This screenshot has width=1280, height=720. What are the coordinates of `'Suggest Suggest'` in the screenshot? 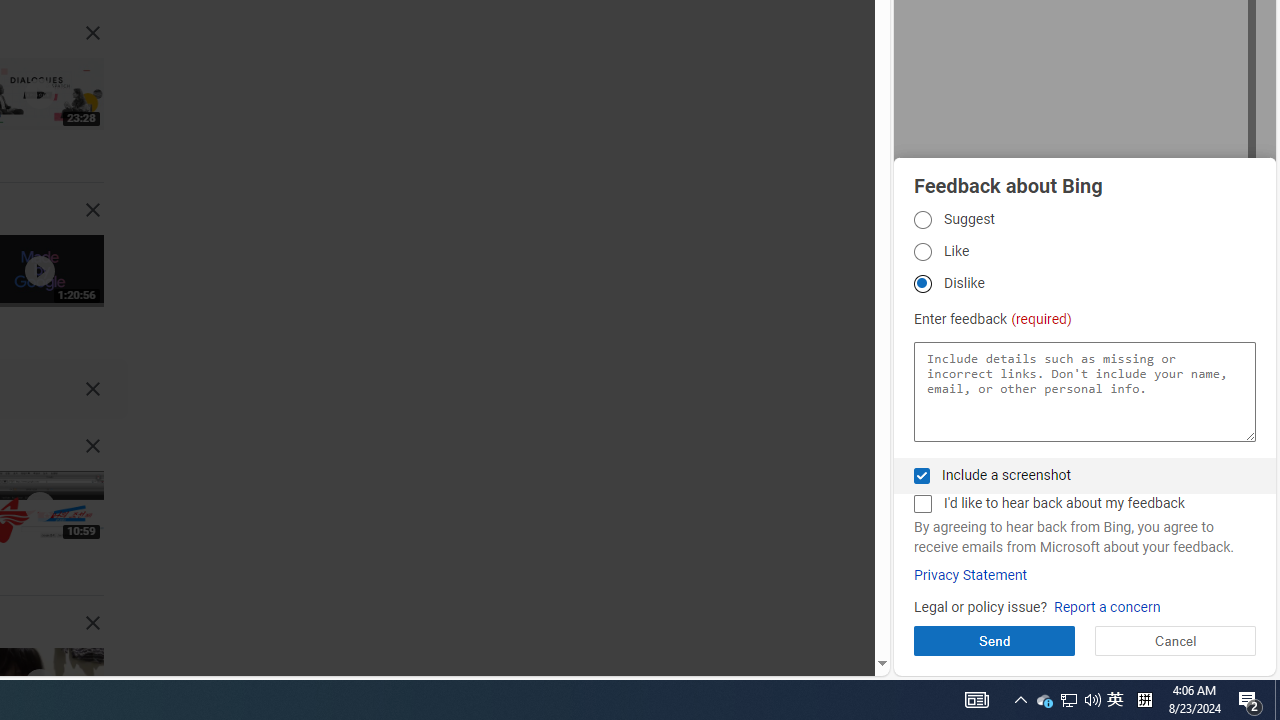 It's located at (921, 219).